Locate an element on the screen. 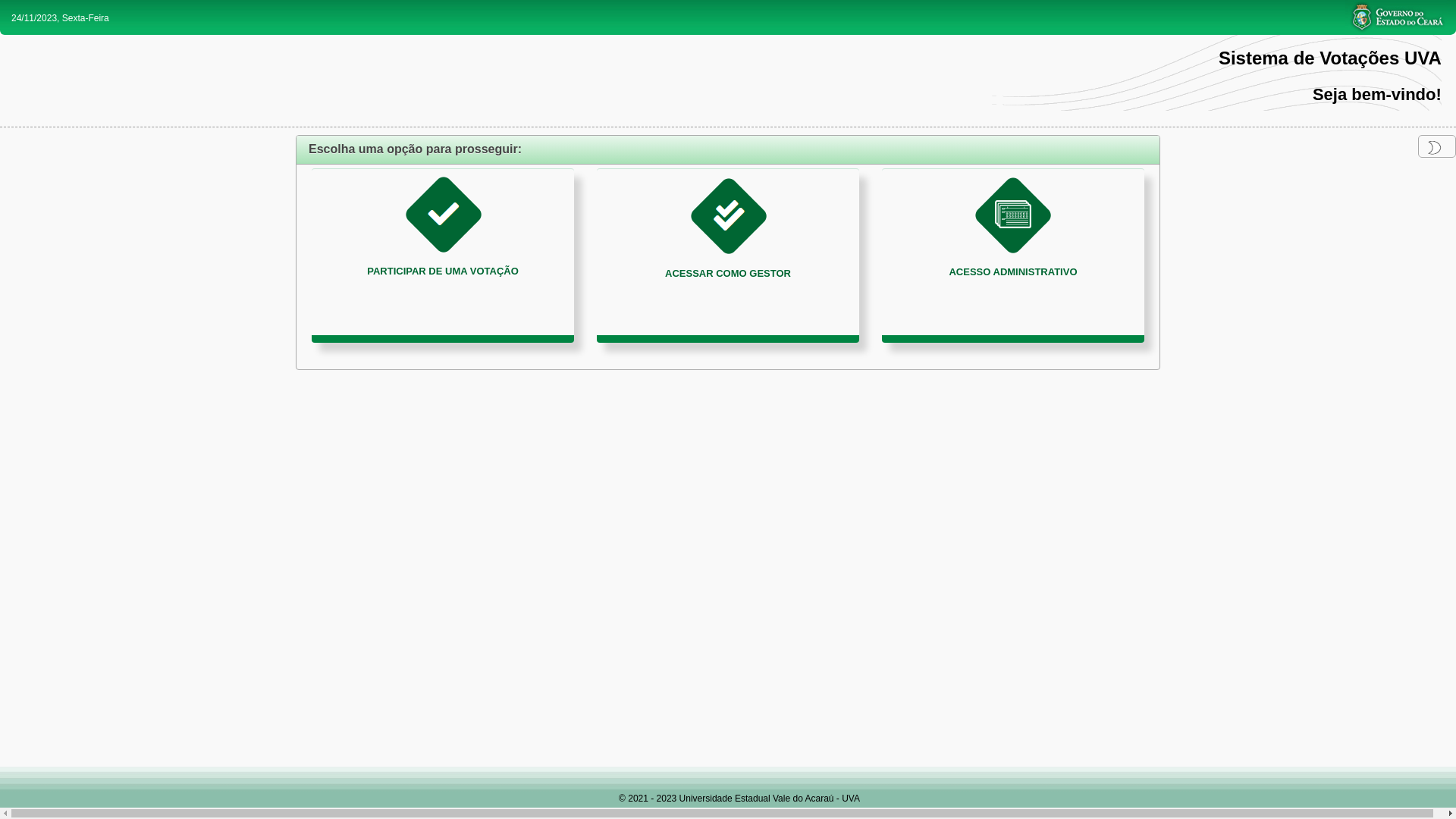 The width and height of the screenshot is (1456, 819). 'ACESSO ADMINISTRATIVO' is located at coordinates (1012, 254).